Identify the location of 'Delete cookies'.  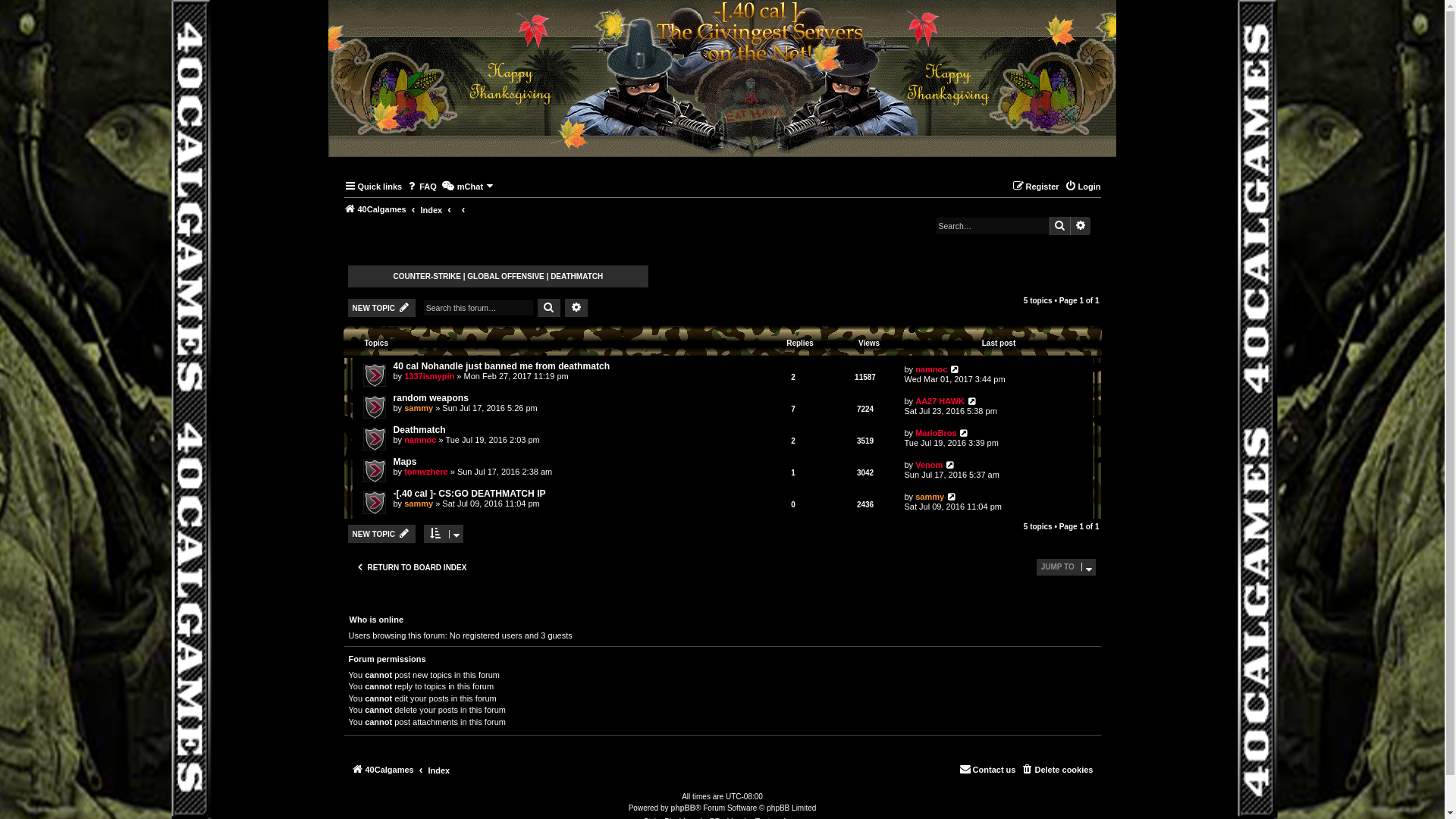
(1056, 769).